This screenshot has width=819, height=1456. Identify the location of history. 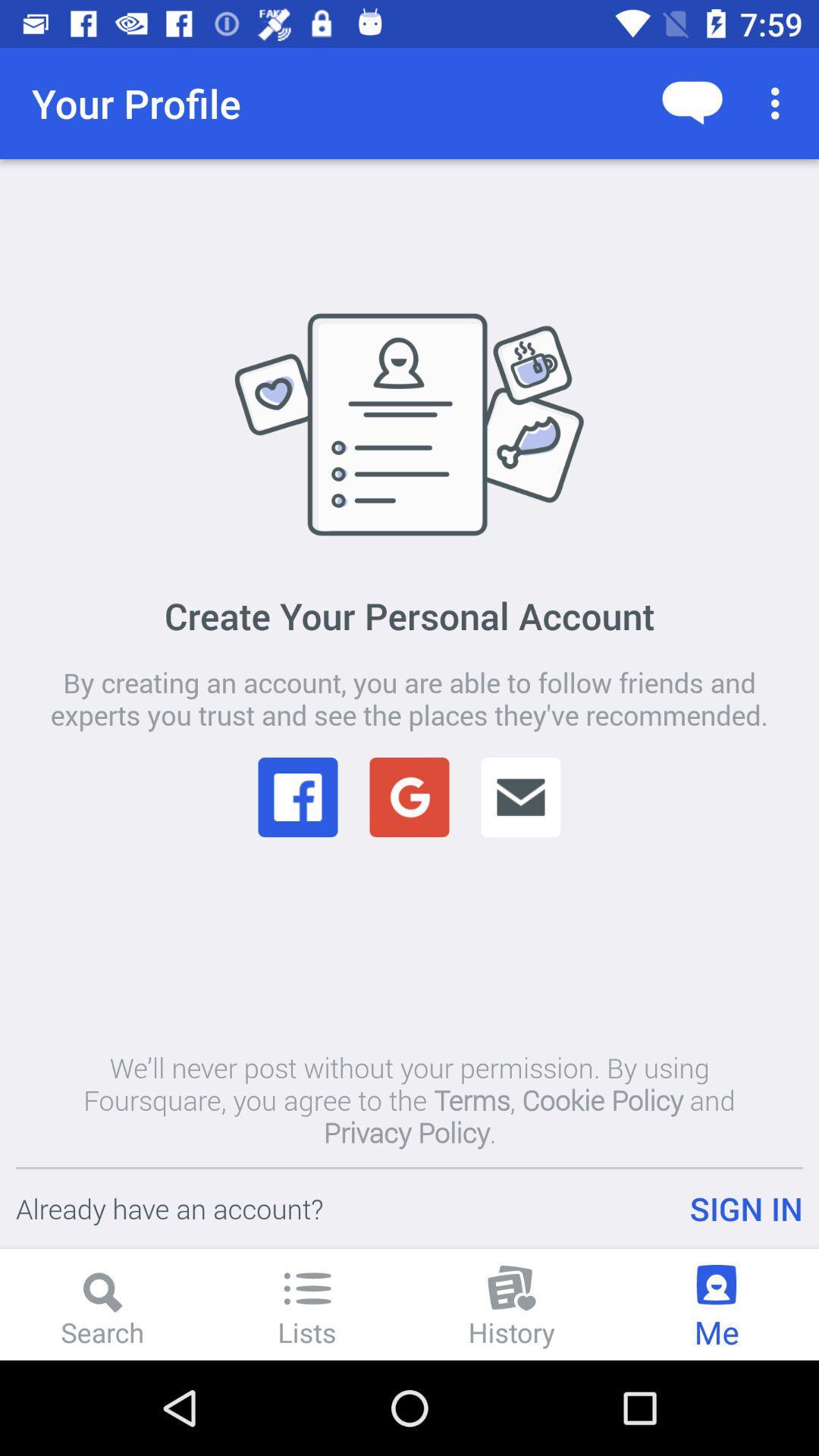
(512, 1304).